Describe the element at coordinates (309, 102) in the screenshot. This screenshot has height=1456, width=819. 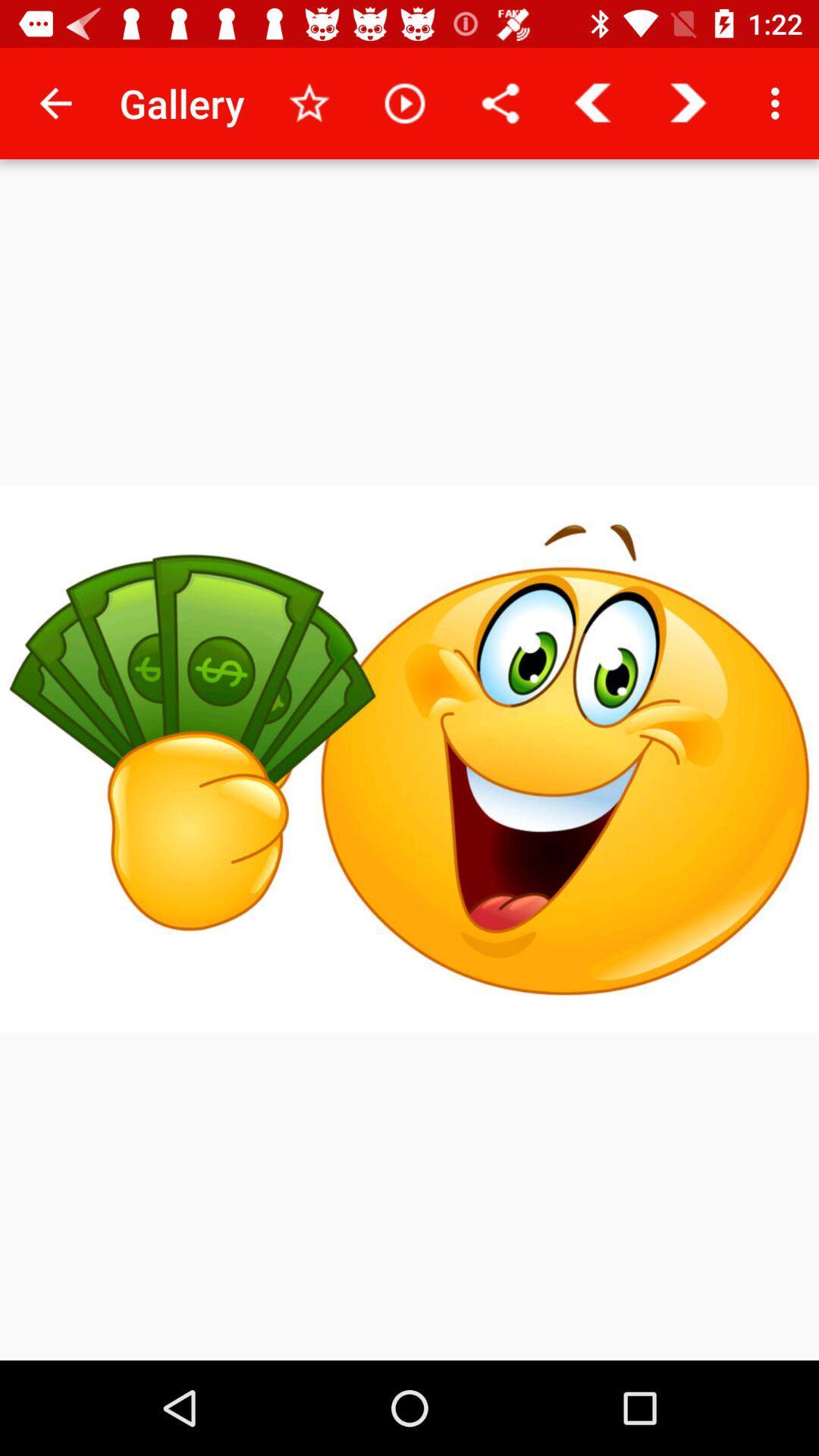
I see `item to the right of the gallery` at that location.